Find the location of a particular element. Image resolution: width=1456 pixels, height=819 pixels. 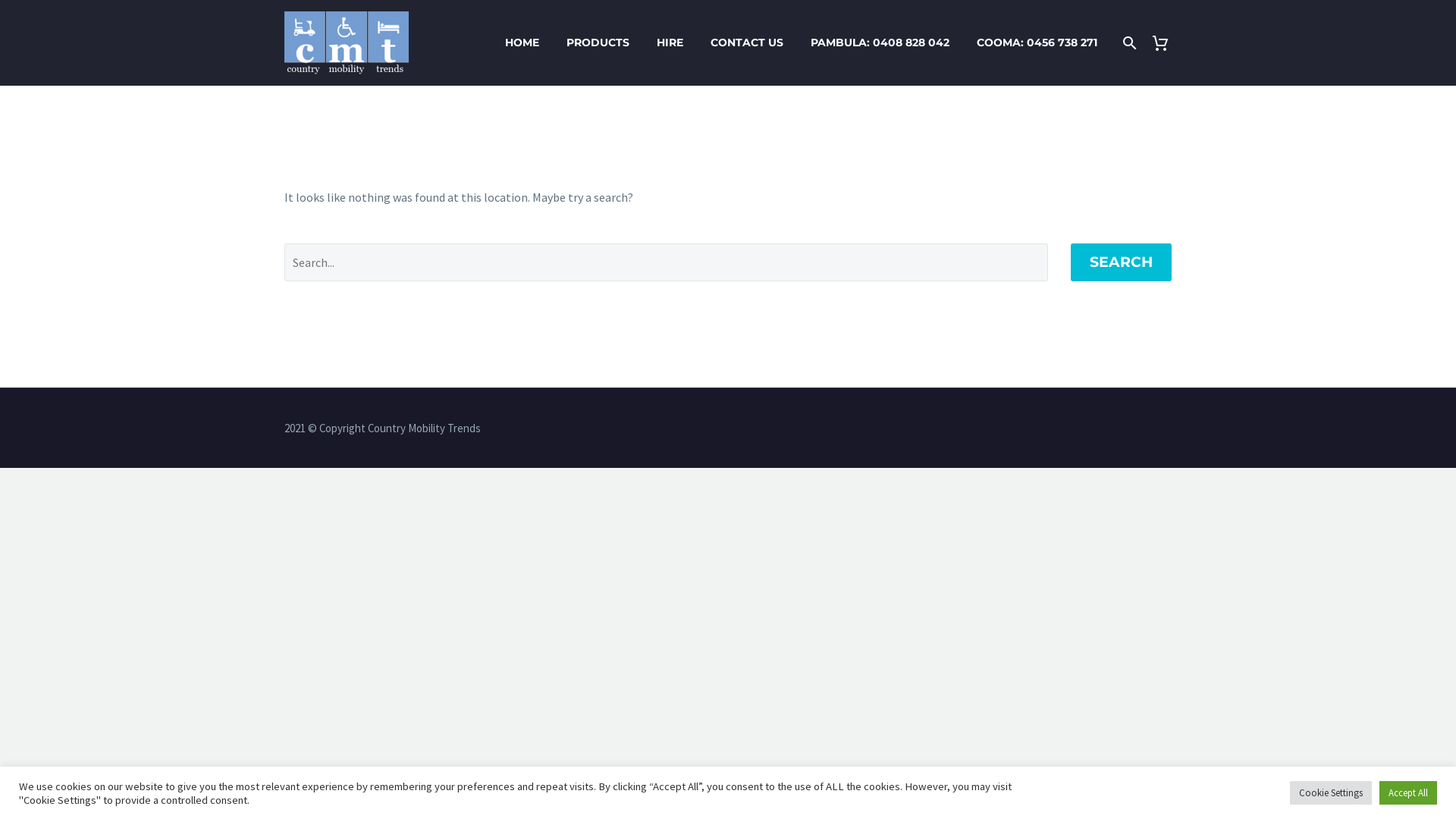

'PRODUCTS' is located at coordinates (597, 42).